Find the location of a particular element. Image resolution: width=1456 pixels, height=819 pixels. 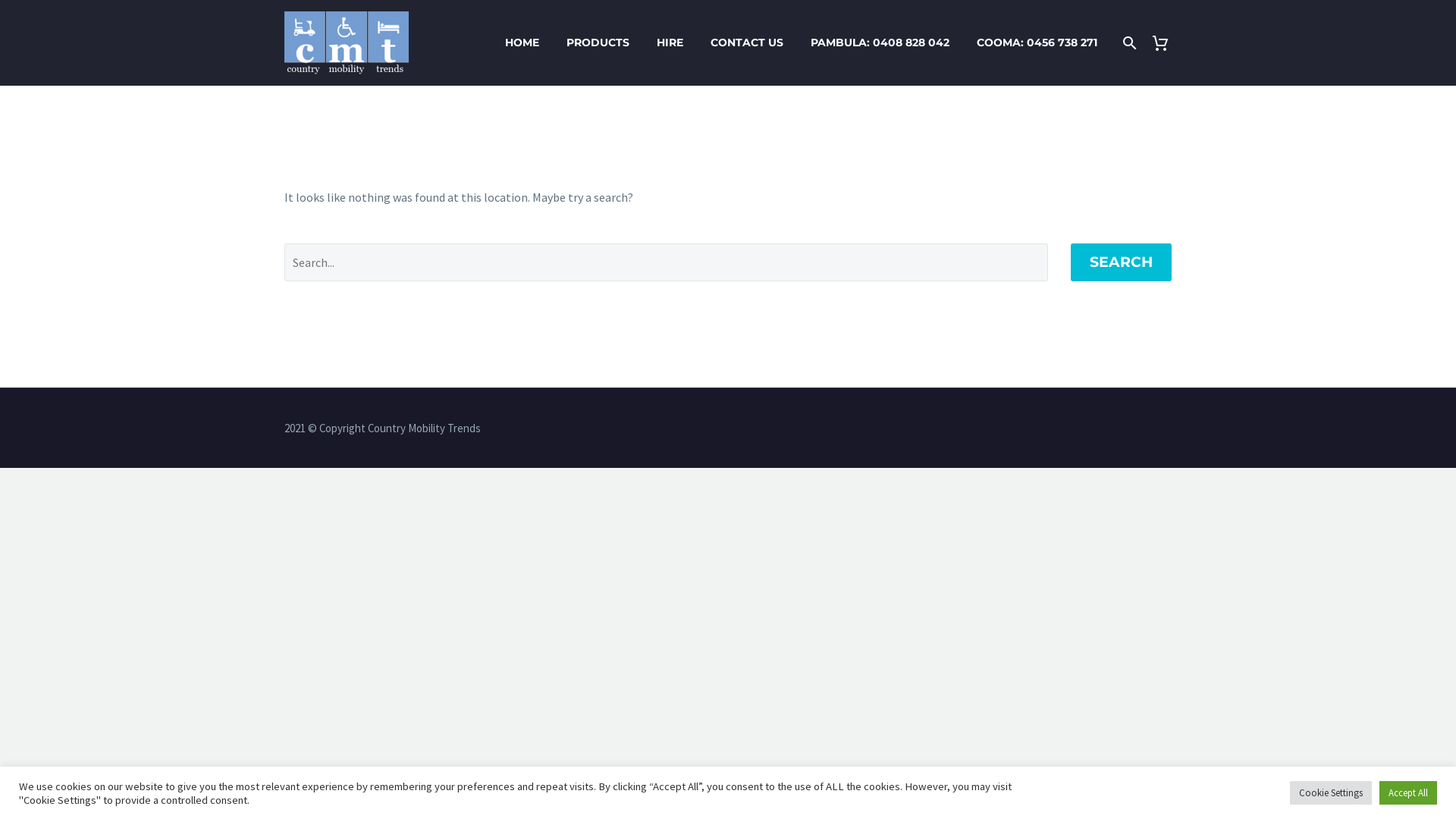

'PRODUCTS' is located at coordinates (597, 42).